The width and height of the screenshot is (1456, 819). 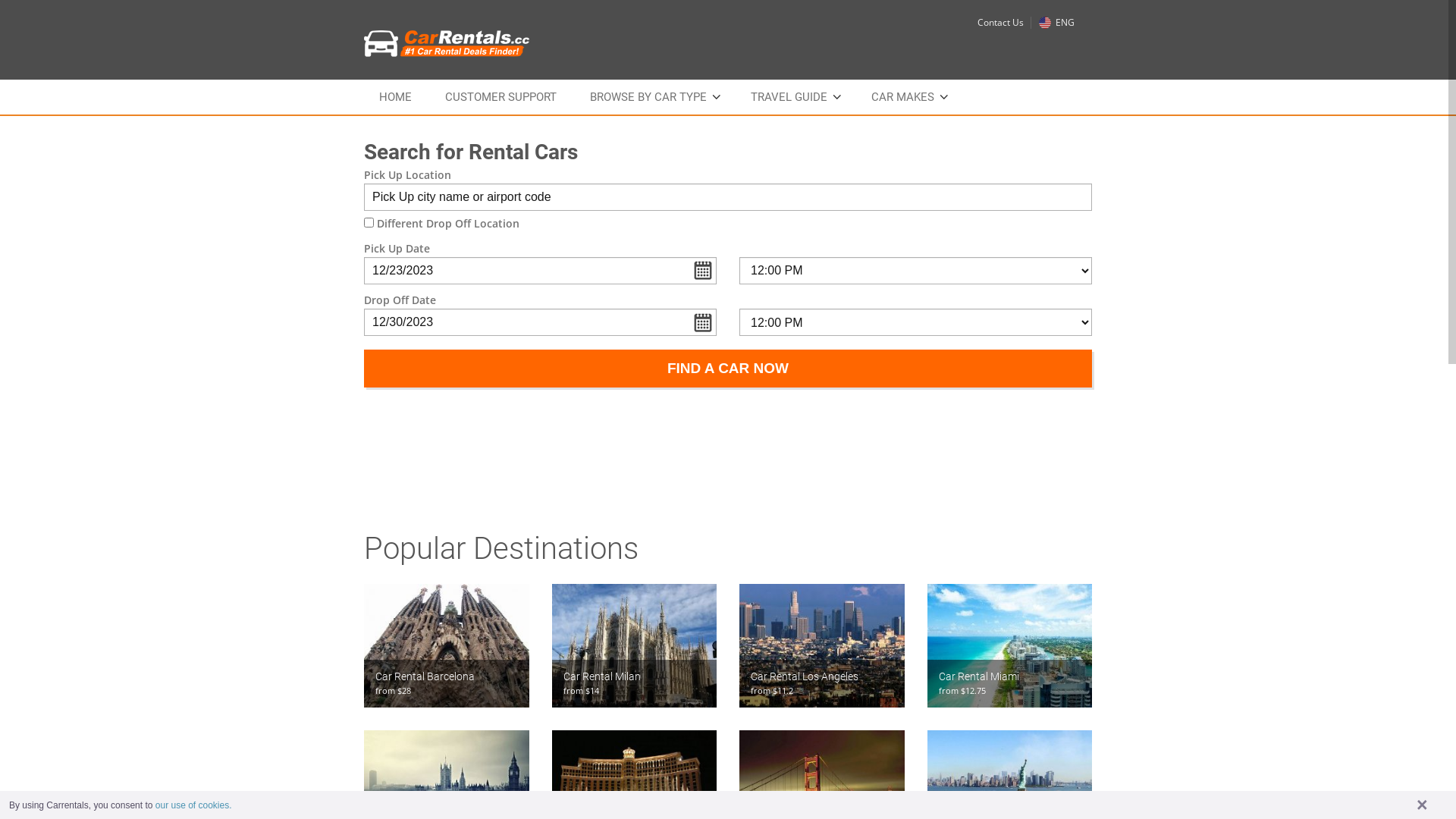 What do you see at coordinates (551, 646) in the screenshot?
I see `'Car Rental Milan` at bounding box center [551, 646].